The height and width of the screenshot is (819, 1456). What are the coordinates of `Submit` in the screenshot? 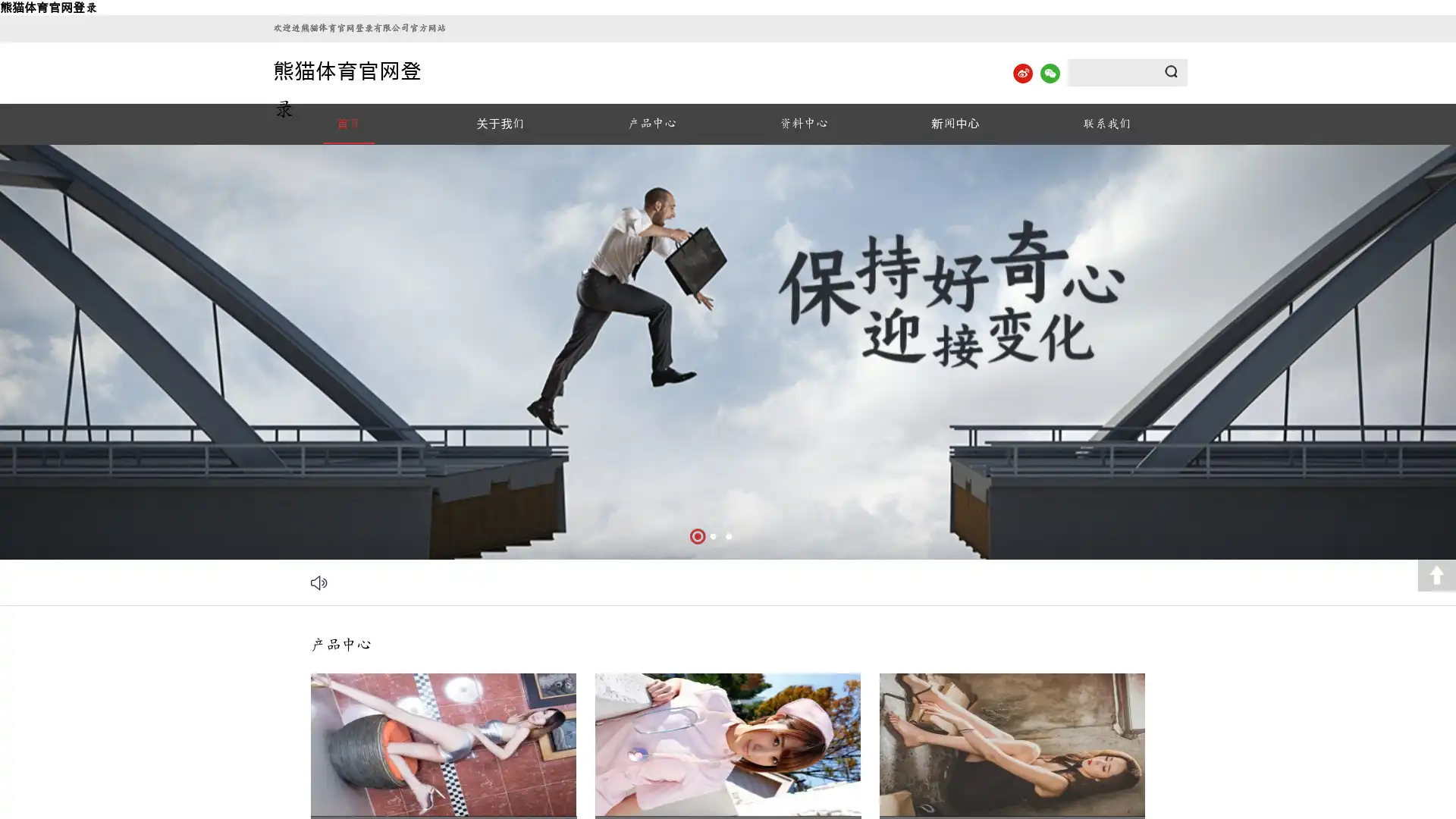 It's located at (1171, 72).